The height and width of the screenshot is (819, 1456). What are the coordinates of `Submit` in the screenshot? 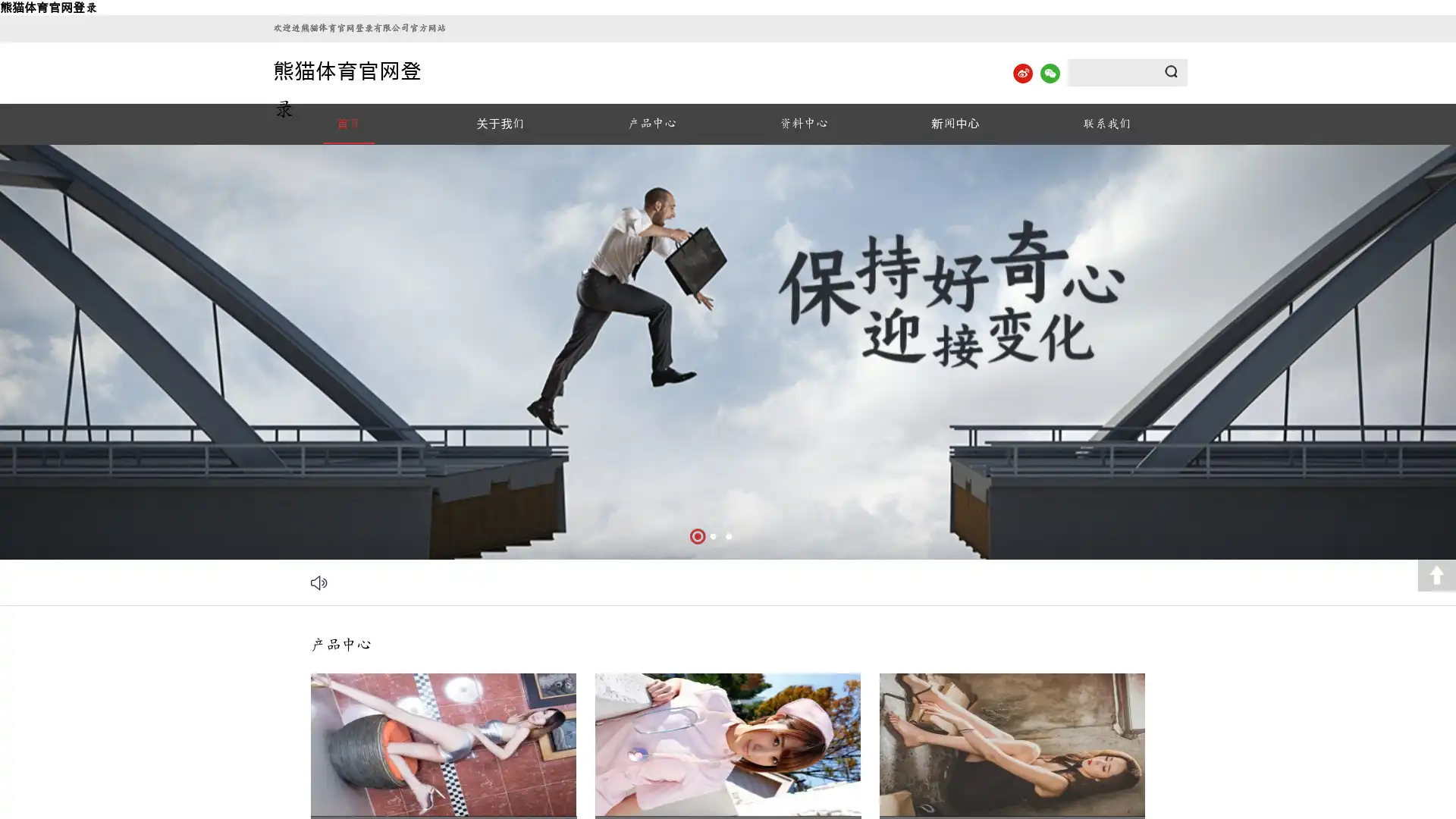 It's located at (1171, 72).